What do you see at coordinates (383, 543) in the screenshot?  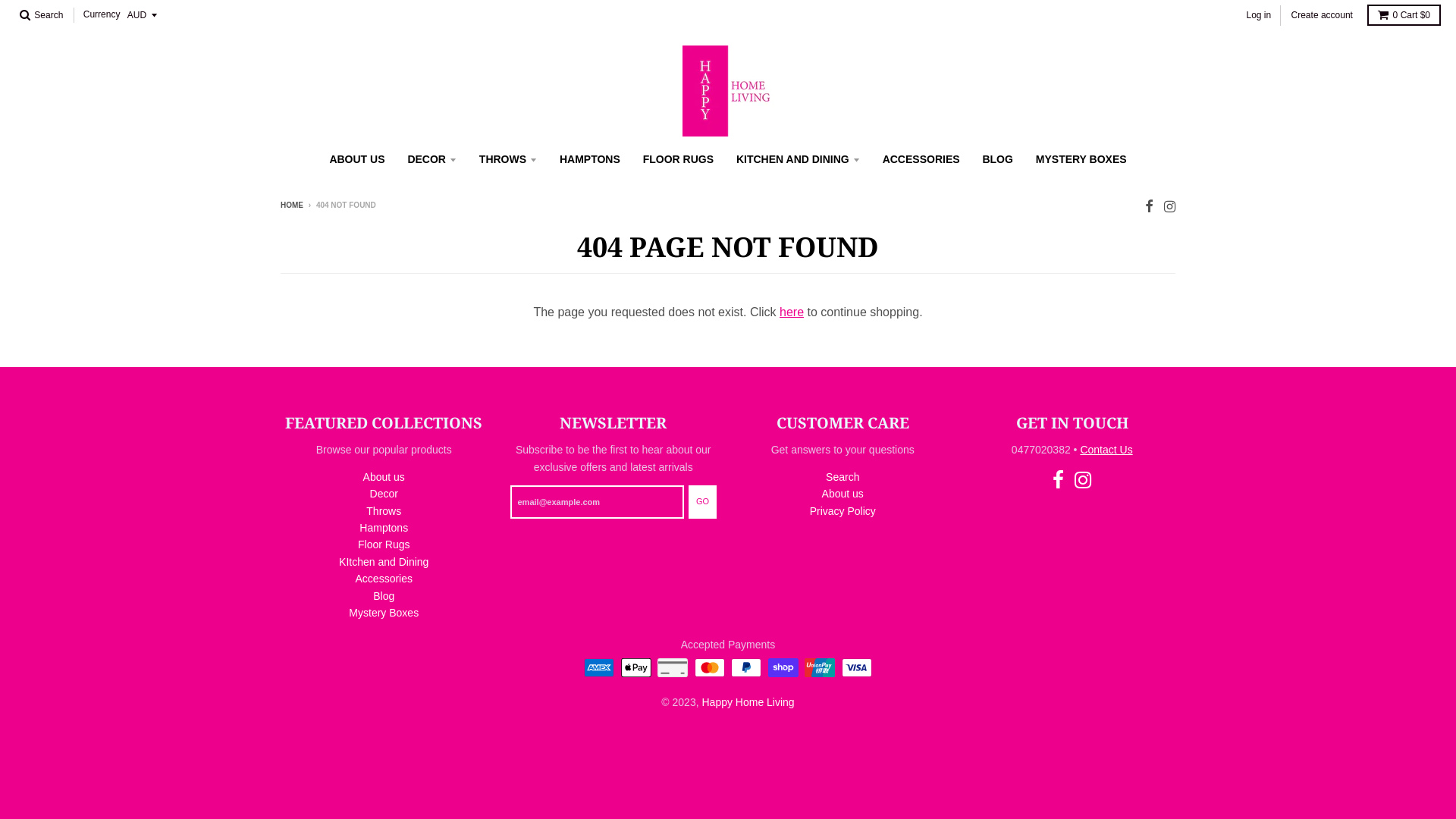 I see `'Floor Rugs'` at bounding box center [383, 543].